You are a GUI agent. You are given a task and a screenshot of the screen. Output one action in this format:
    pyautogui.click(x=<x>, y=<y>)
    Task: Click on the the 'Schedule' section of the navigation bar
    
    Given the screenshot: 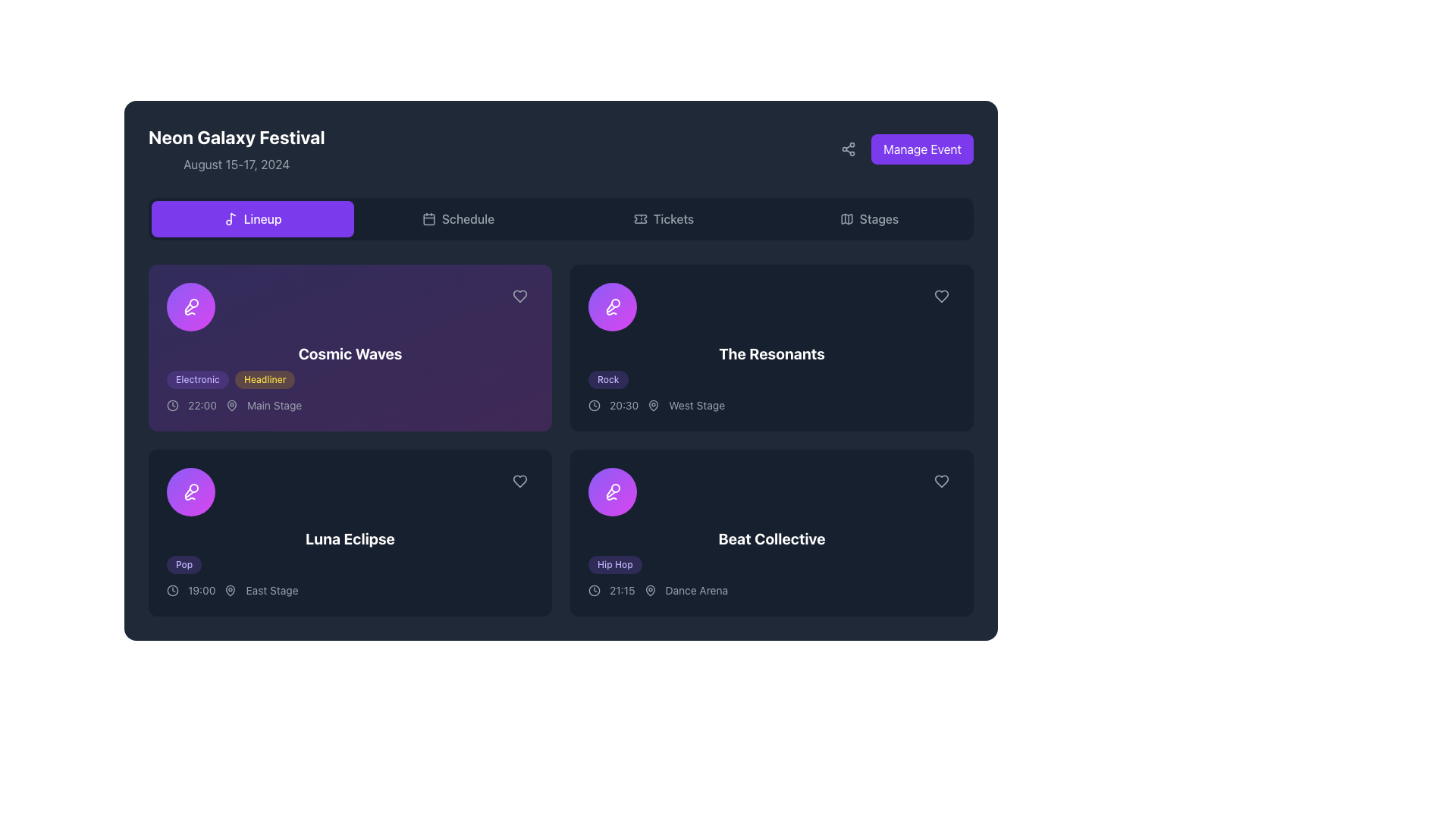 What is the action you would take?
    pyautogui.click(x=560, y=219)
    